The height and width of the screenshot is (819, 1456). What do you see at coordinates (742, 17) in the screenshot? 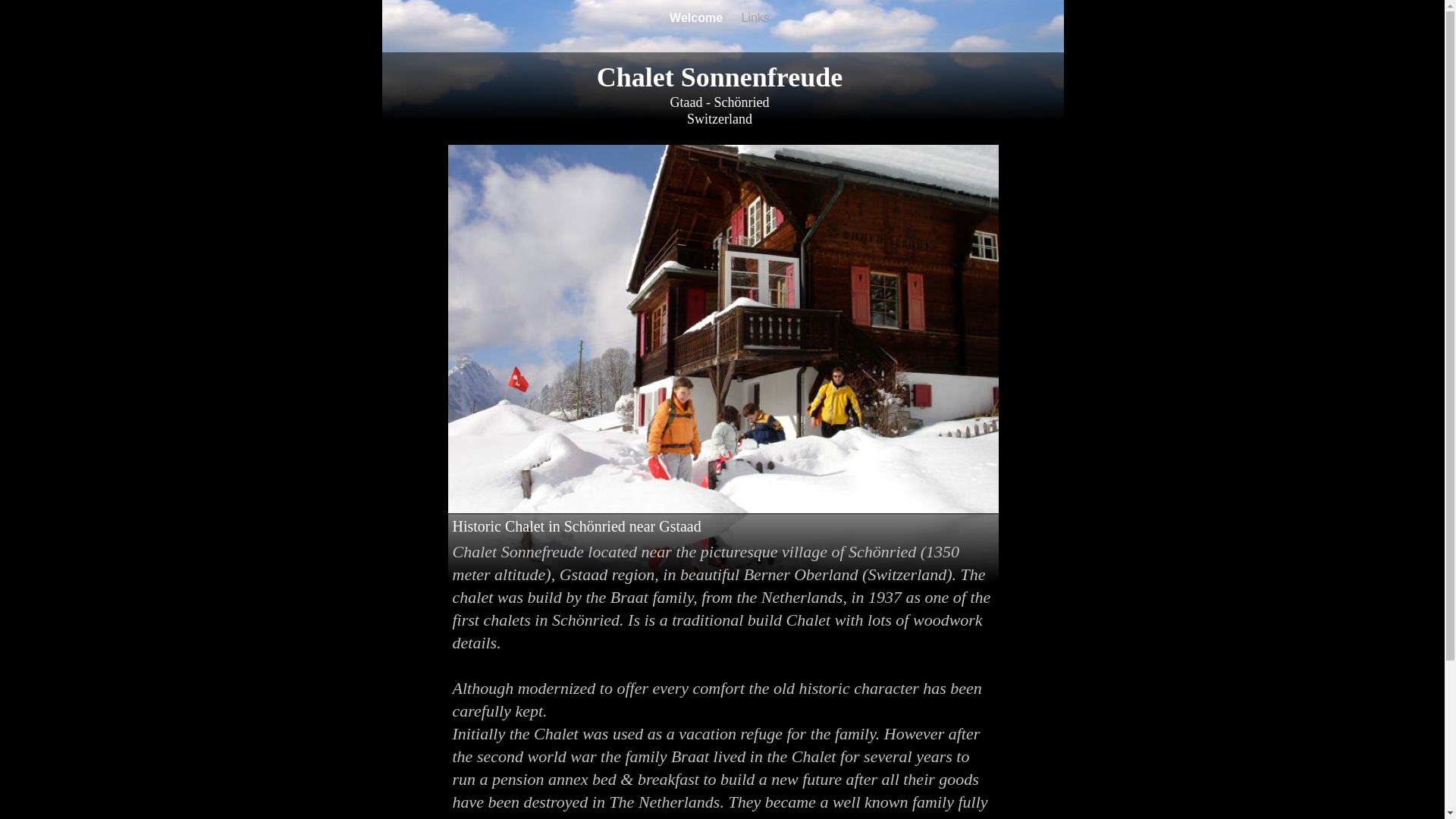
I see `'Links'` at bounding box center [742, 17].